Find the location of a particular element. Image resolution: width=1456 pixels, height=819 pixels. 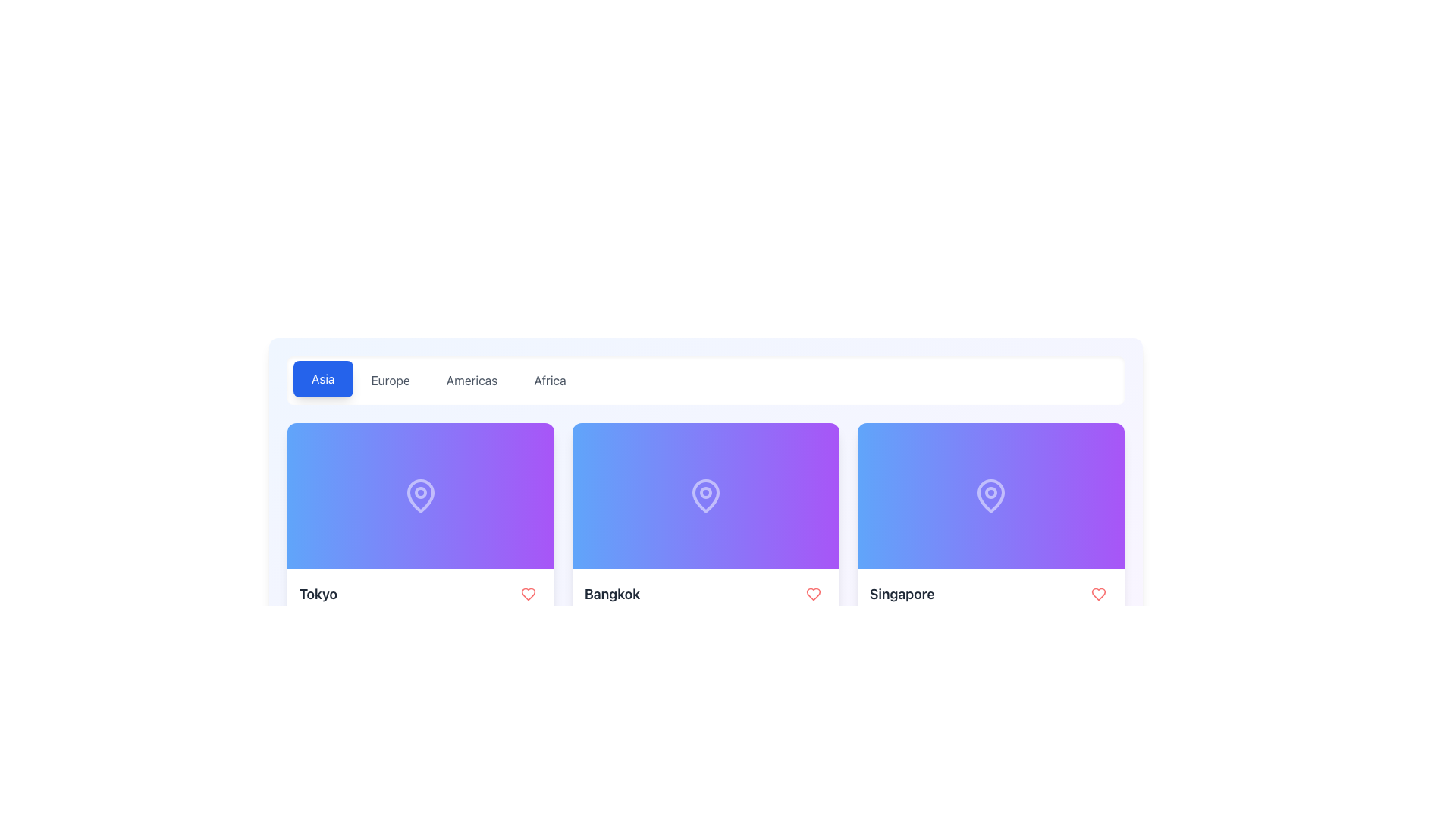

the 'Asia' button, which is the first button in a navigation bar filled with a vivid blue background and white text is located at coordinates (322, 378).